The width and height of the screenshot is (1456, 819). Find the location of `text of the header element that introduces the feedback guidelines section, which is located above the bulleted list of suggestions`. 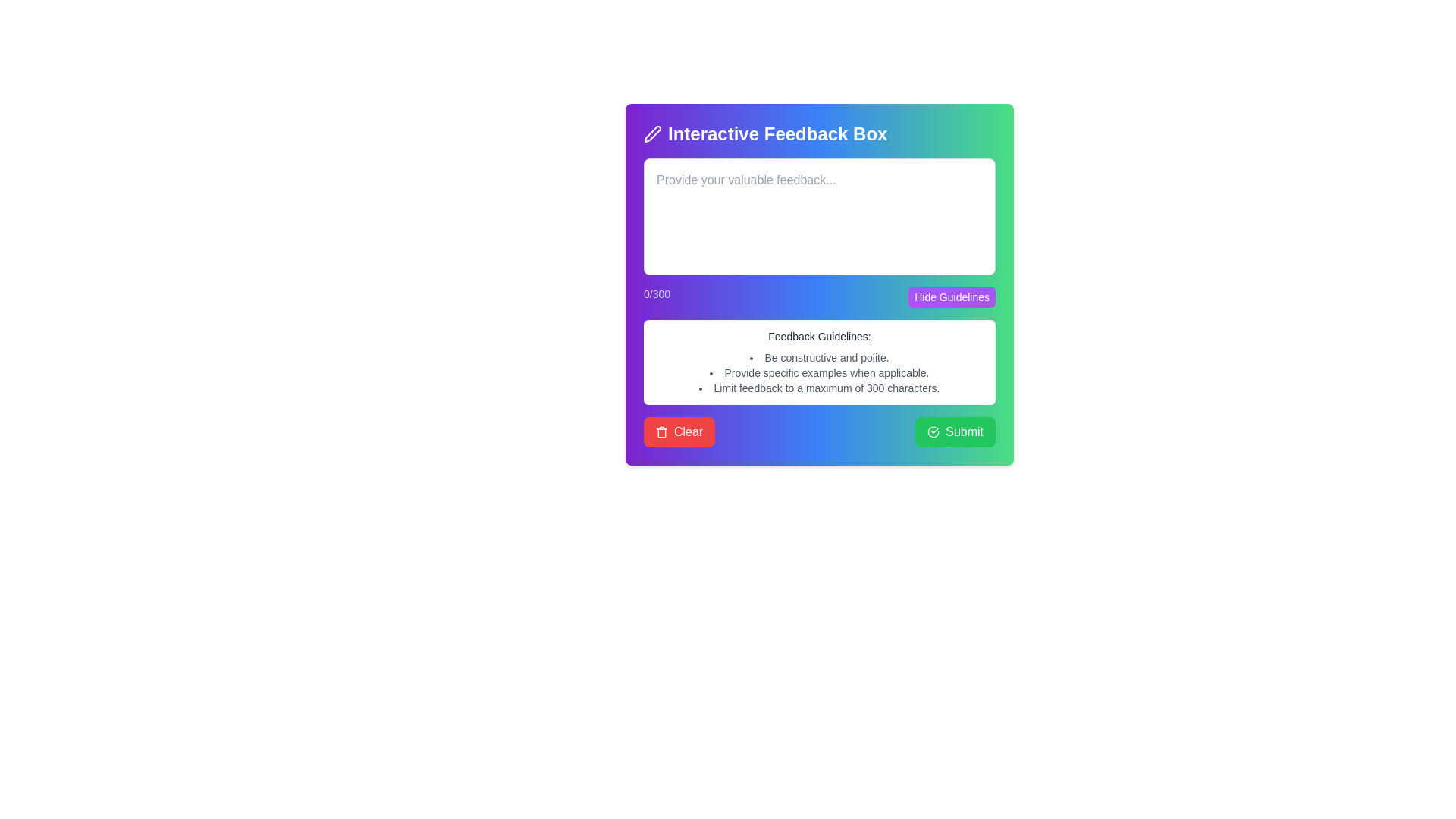

text of the header element that introduces the feedback guidelines section, which is located above the bulleted list of suggestions is located at coordinates (818, 335).